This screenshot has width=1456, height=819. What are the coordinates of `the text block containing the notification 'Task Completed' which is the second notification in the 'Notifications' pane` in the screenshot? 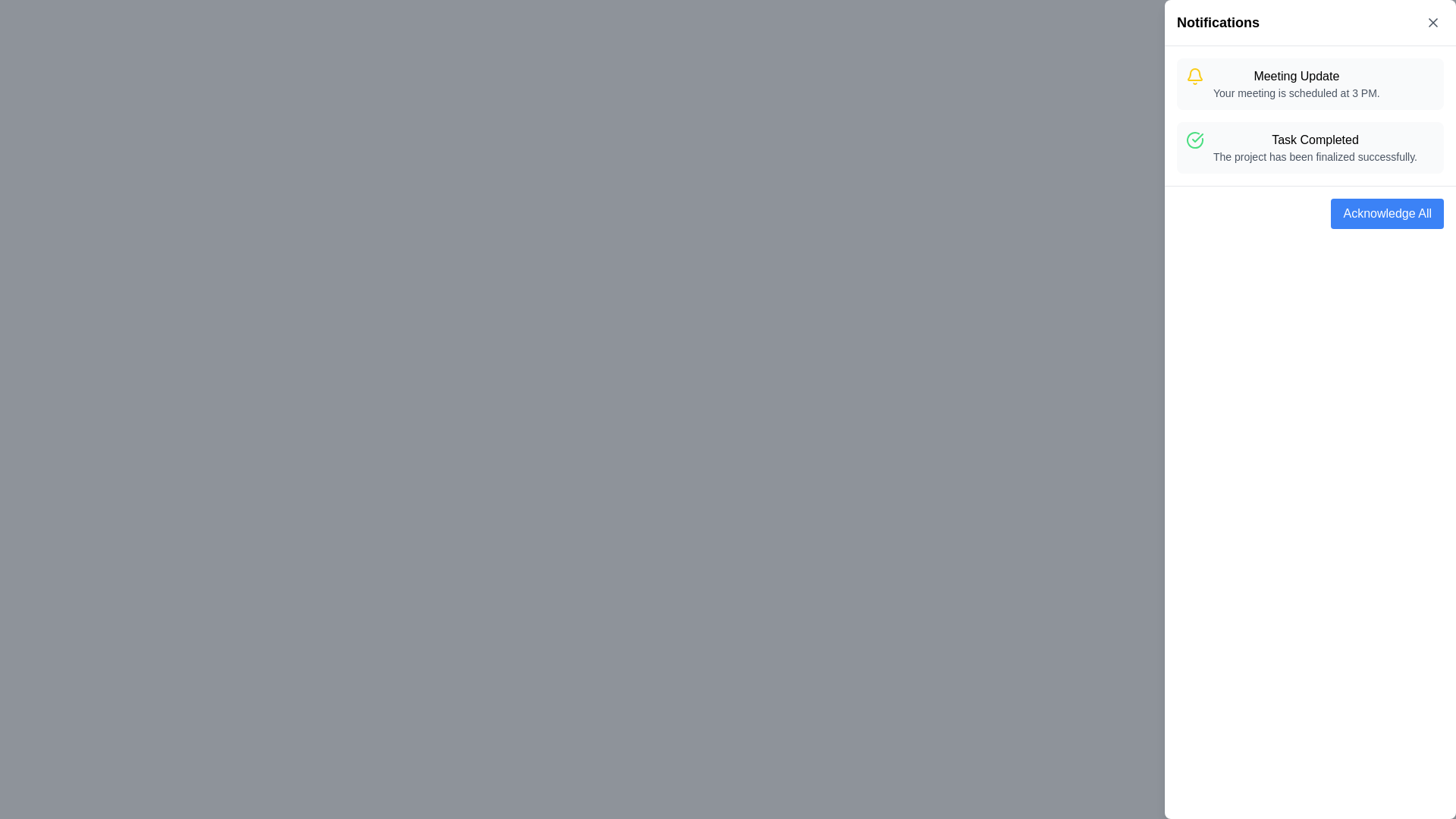 It's located at (1314, 148).